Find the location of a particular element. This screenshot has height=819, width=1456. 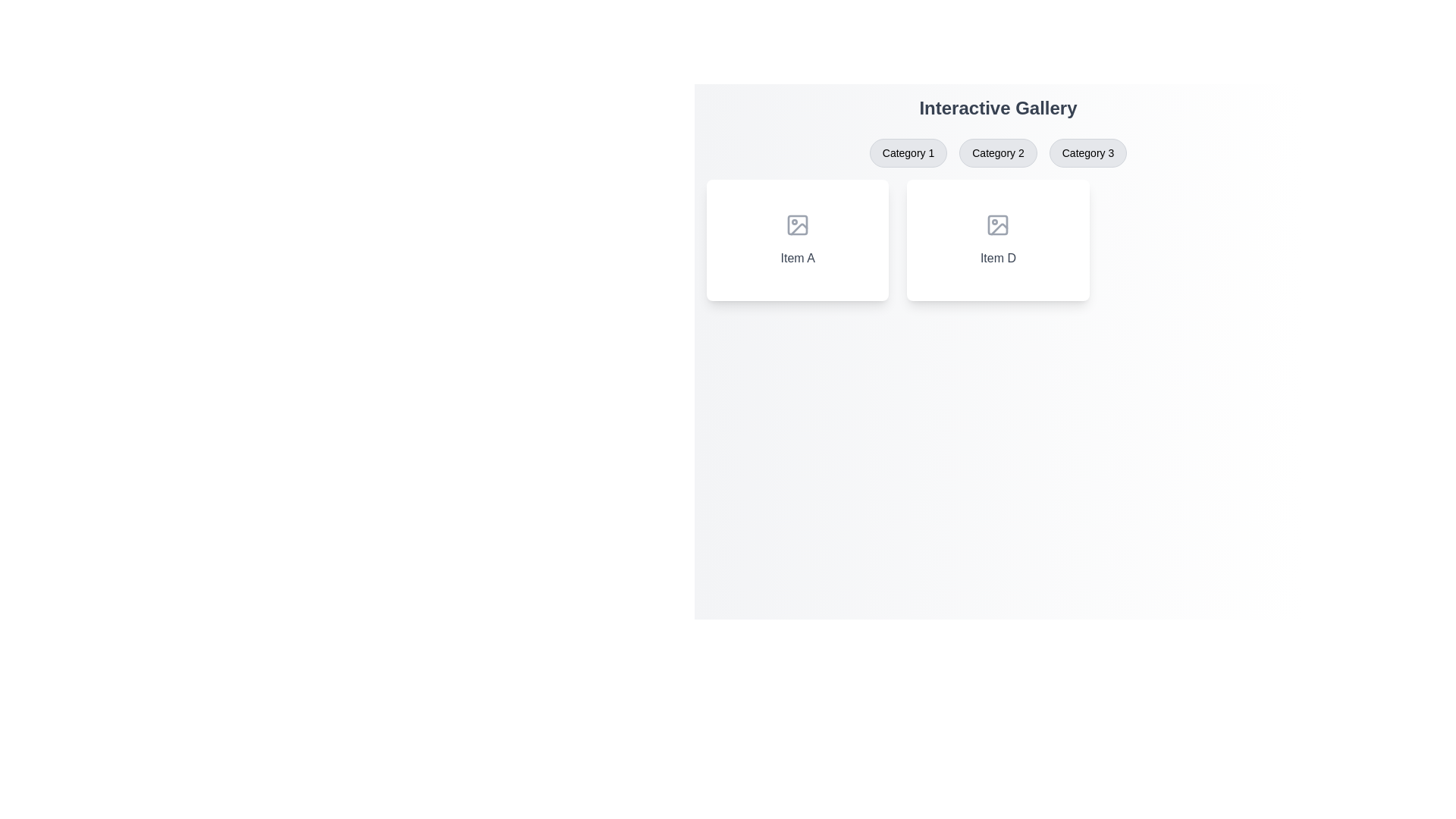

the square icon representing an image placeholder located at the center of 'Item A' in the gallery section is located at coordinates (797, 225).